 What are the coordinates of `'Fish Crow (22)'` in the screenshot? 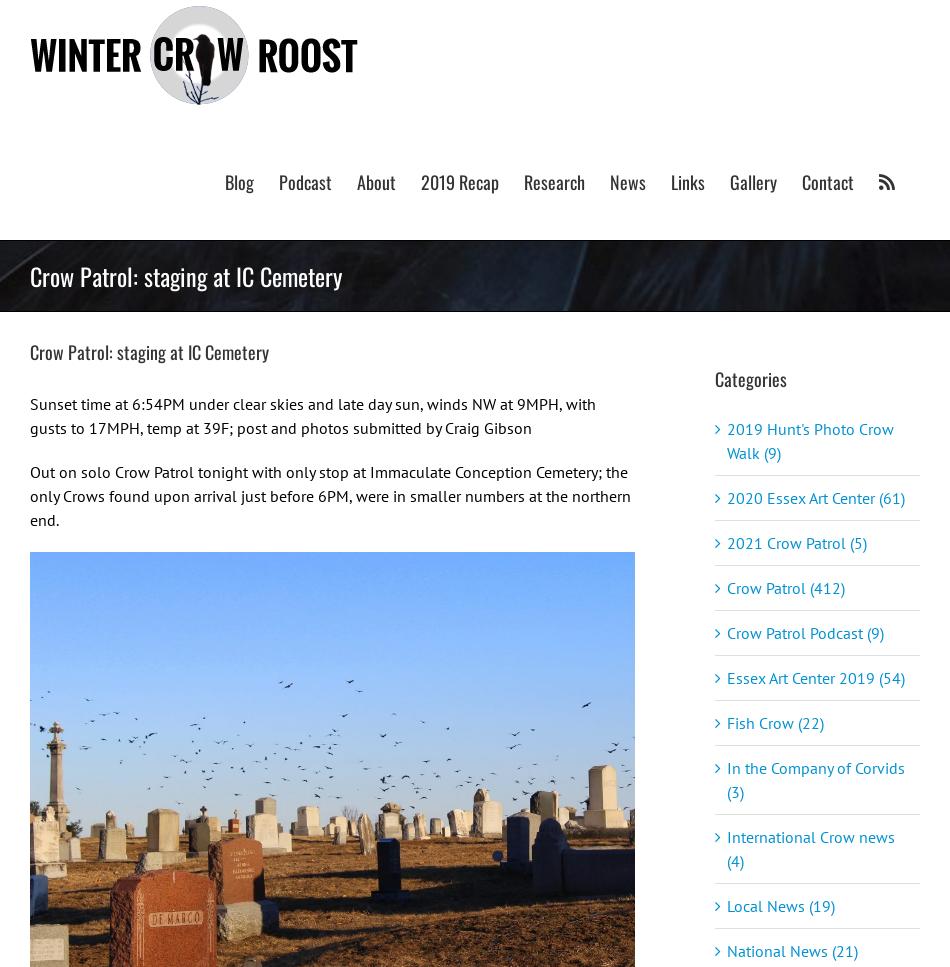 It's located at (774, 720).